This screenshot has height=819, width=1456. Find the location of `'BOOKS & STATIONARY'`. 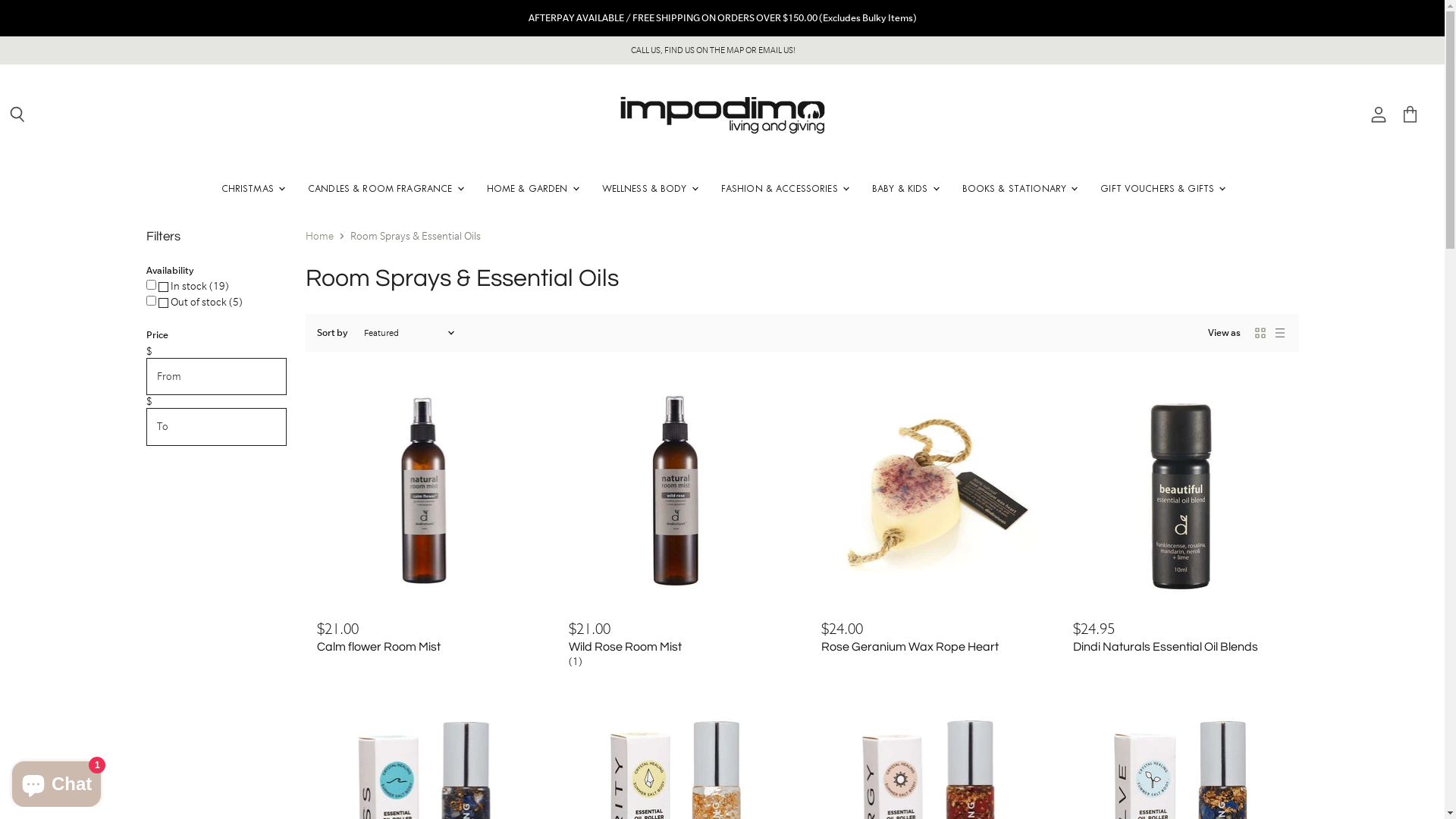

'BOOKS & STATIONARY' is located at coordinates (1019, 187).